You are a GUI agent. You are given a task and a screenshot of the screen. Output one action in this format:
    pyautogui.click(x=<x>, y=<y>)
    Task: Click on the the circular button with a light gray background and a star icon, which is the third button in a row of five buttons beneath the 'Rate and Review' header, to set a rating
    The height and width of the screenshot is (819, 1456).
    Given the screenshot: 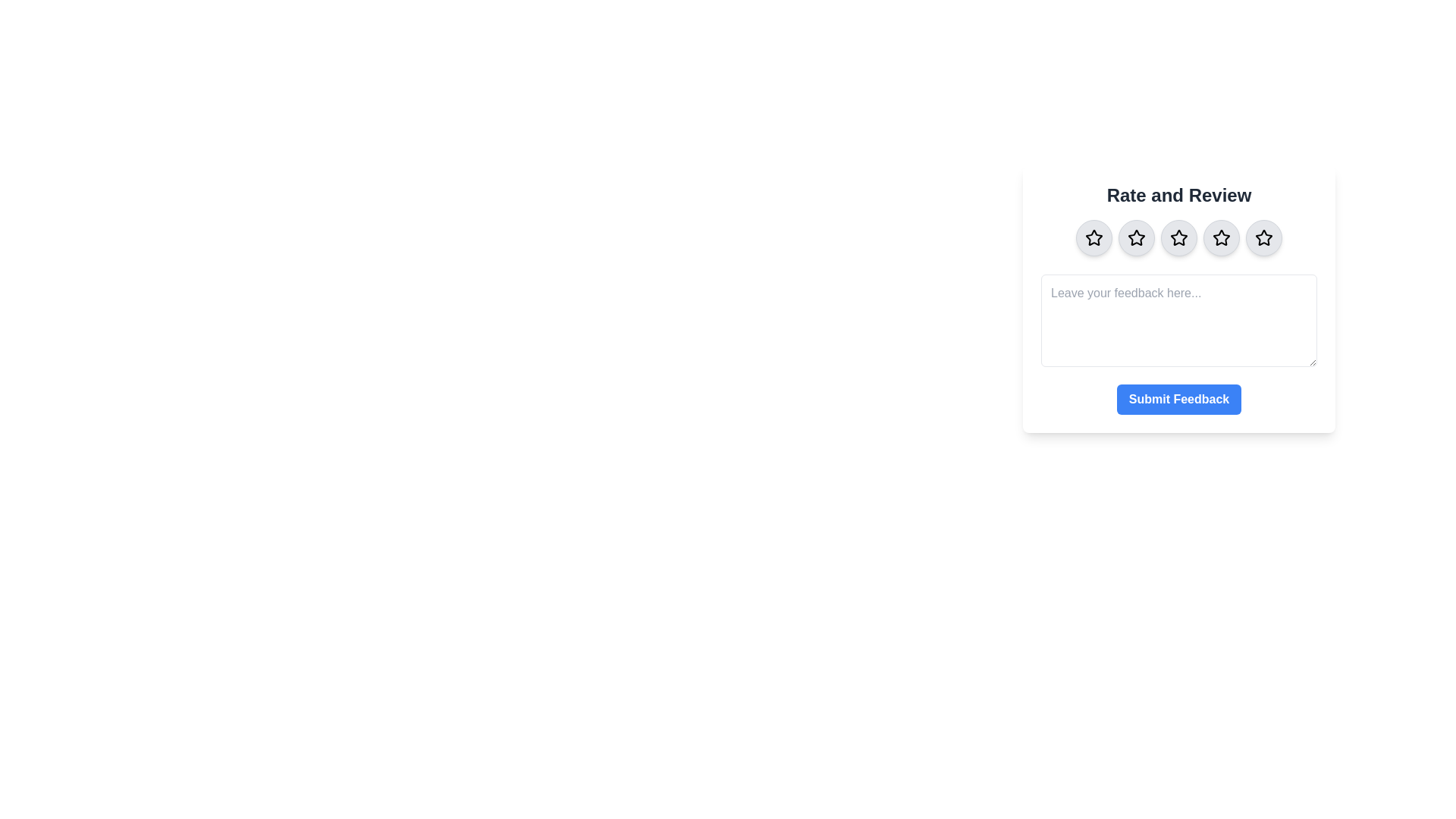 What is the action you would take?
    pyautogui.click(x=1178, y=237)
    